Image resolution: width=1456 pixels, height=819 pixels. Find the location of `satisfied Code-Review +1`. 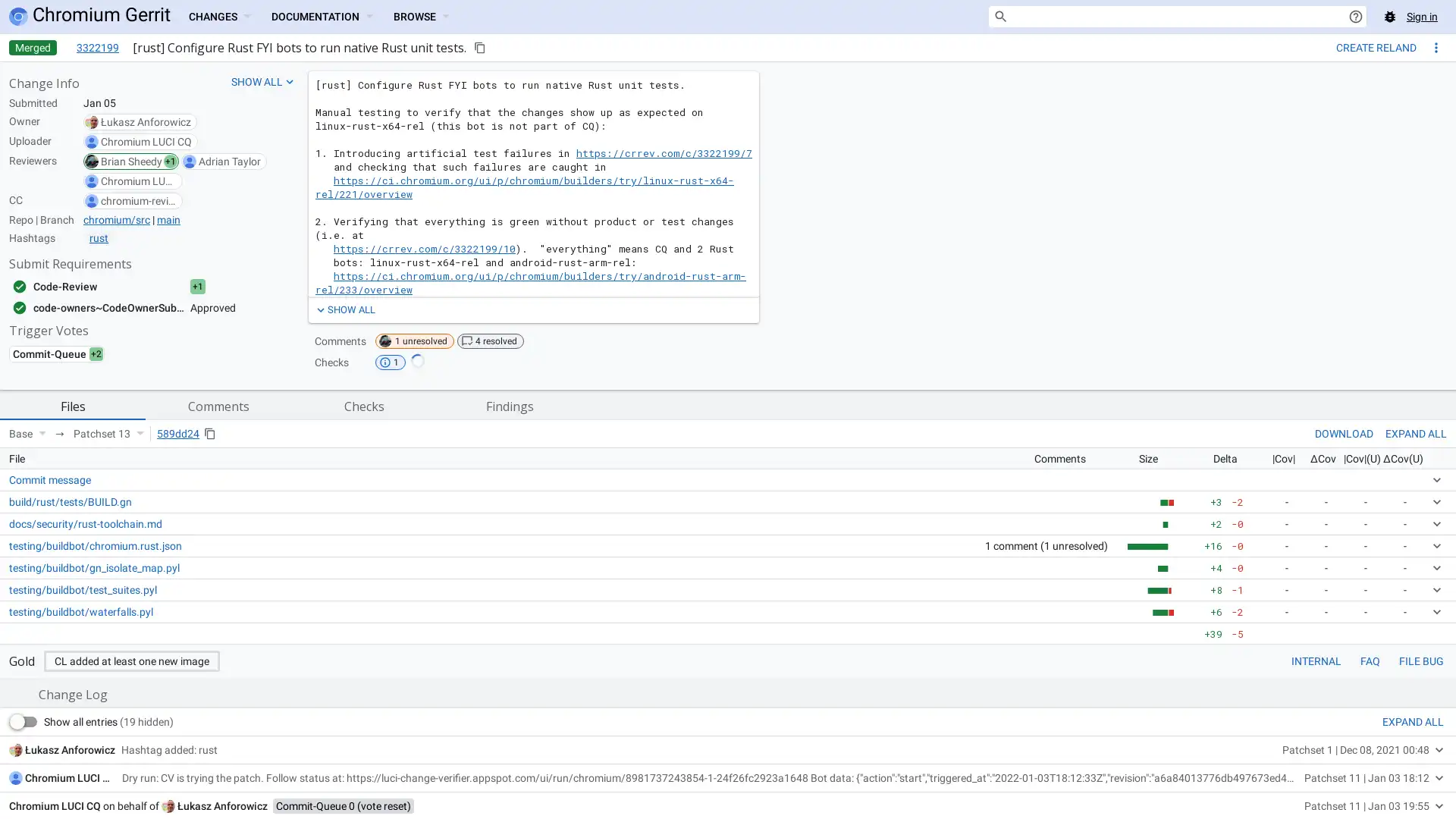

satisfied Code-Review +1 is located at coordinates (124, 287).